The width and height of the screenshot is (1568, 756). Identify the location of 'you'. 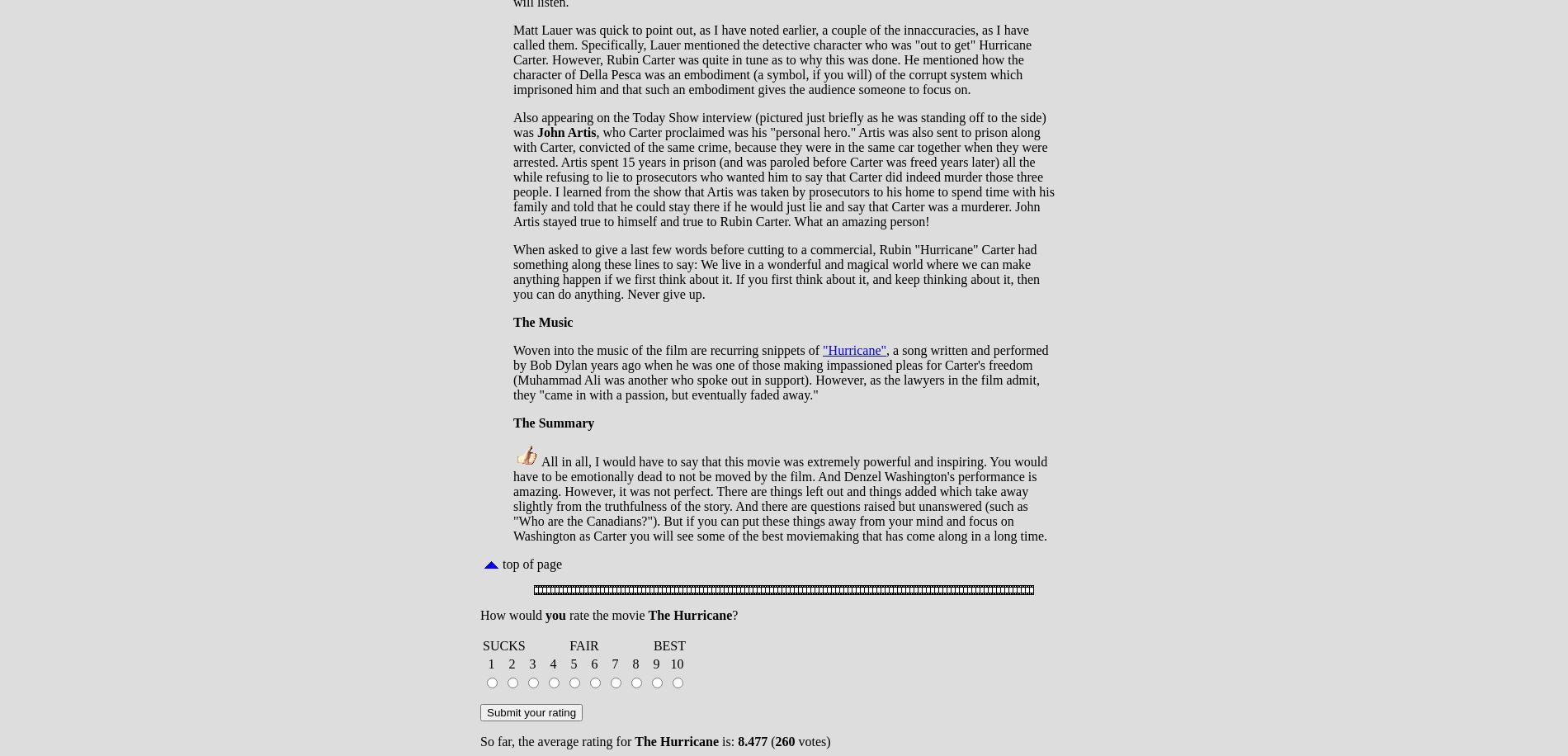
(555, 614).